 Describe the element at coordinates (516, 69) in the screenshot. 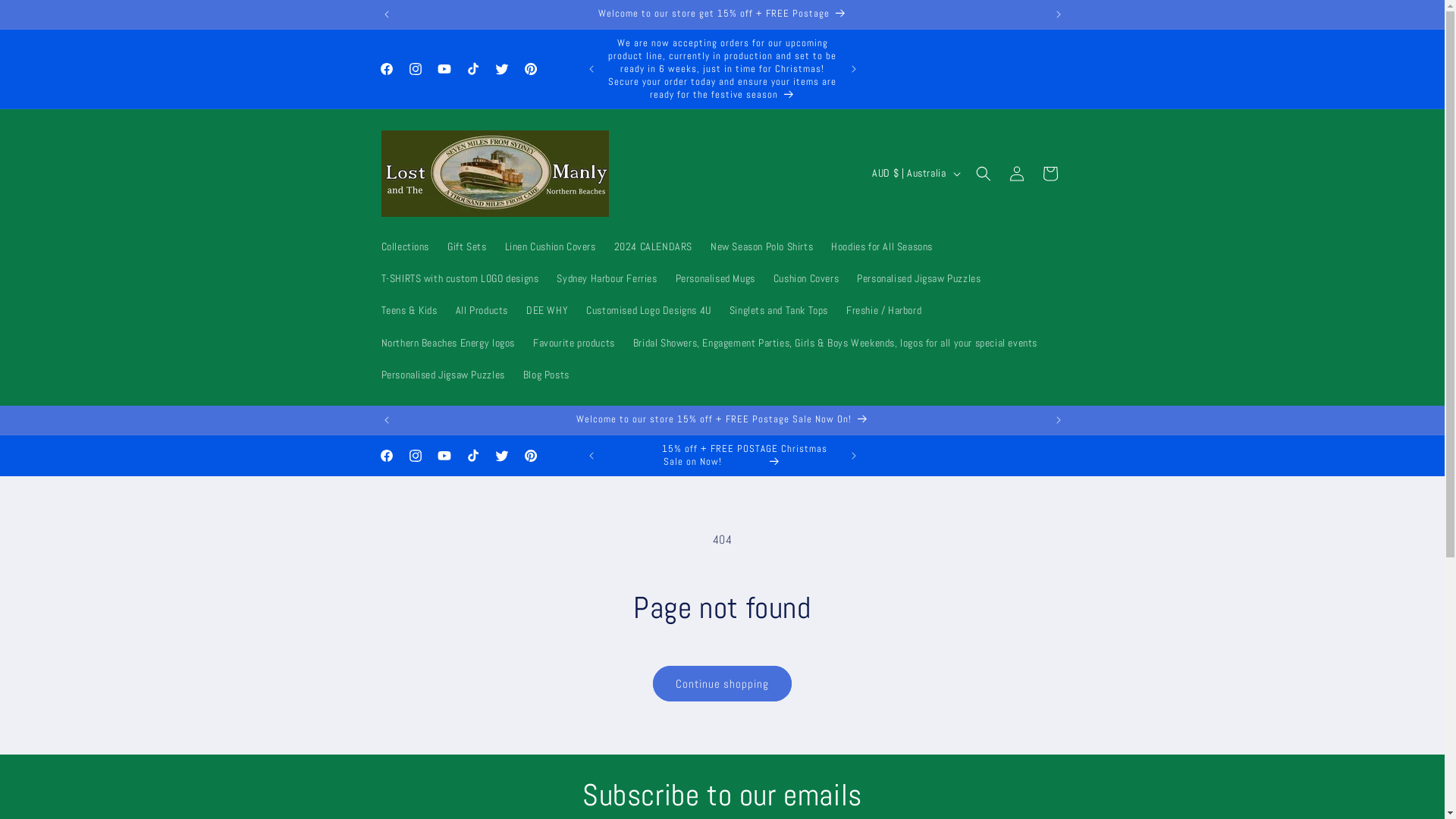

I see `'Pinterest'` at that location.